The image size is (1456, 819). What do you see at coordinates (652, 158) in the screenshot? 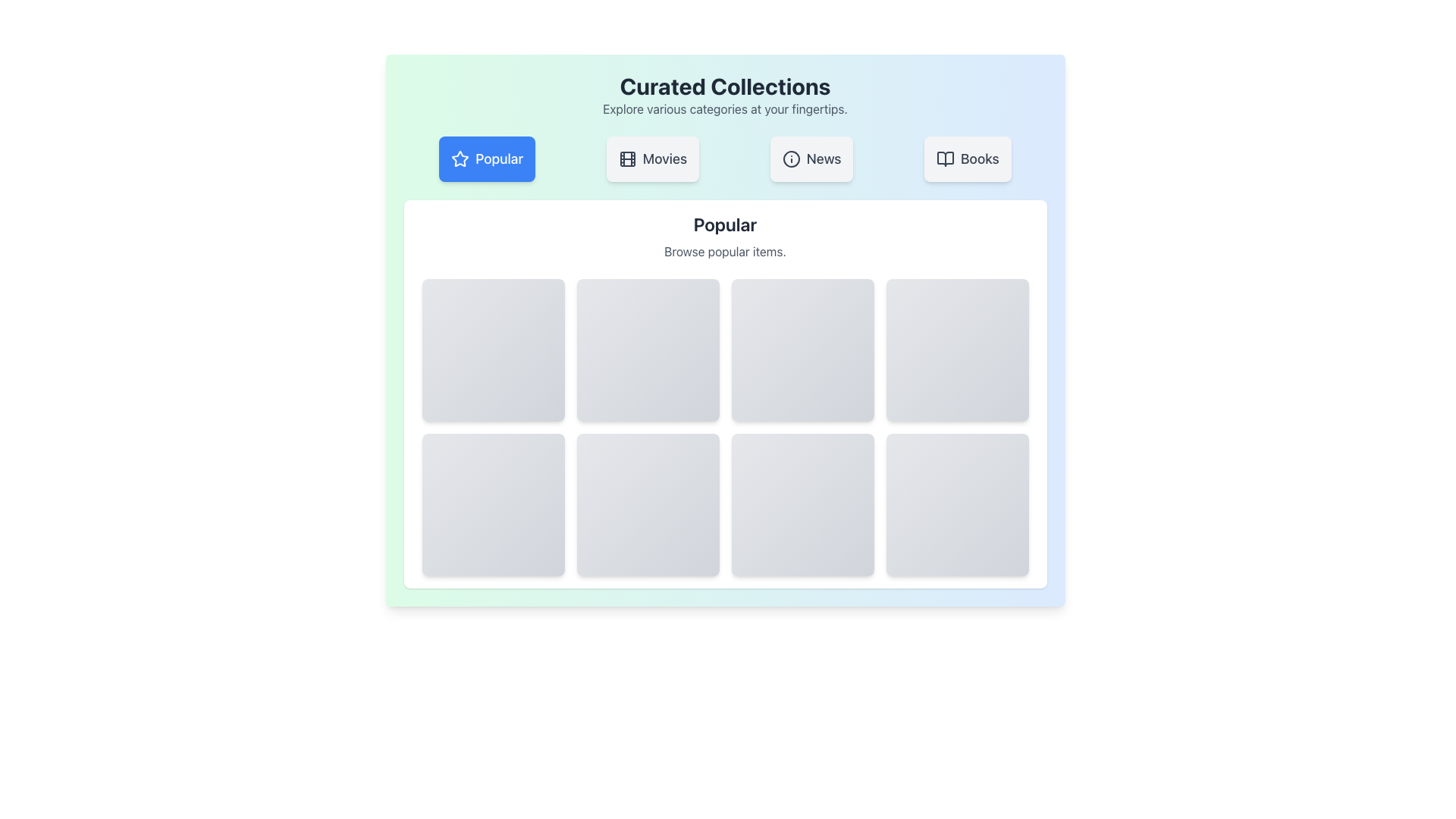
I see `the 'Movies' button with a film reel icon` at bounding box center [652, 158].